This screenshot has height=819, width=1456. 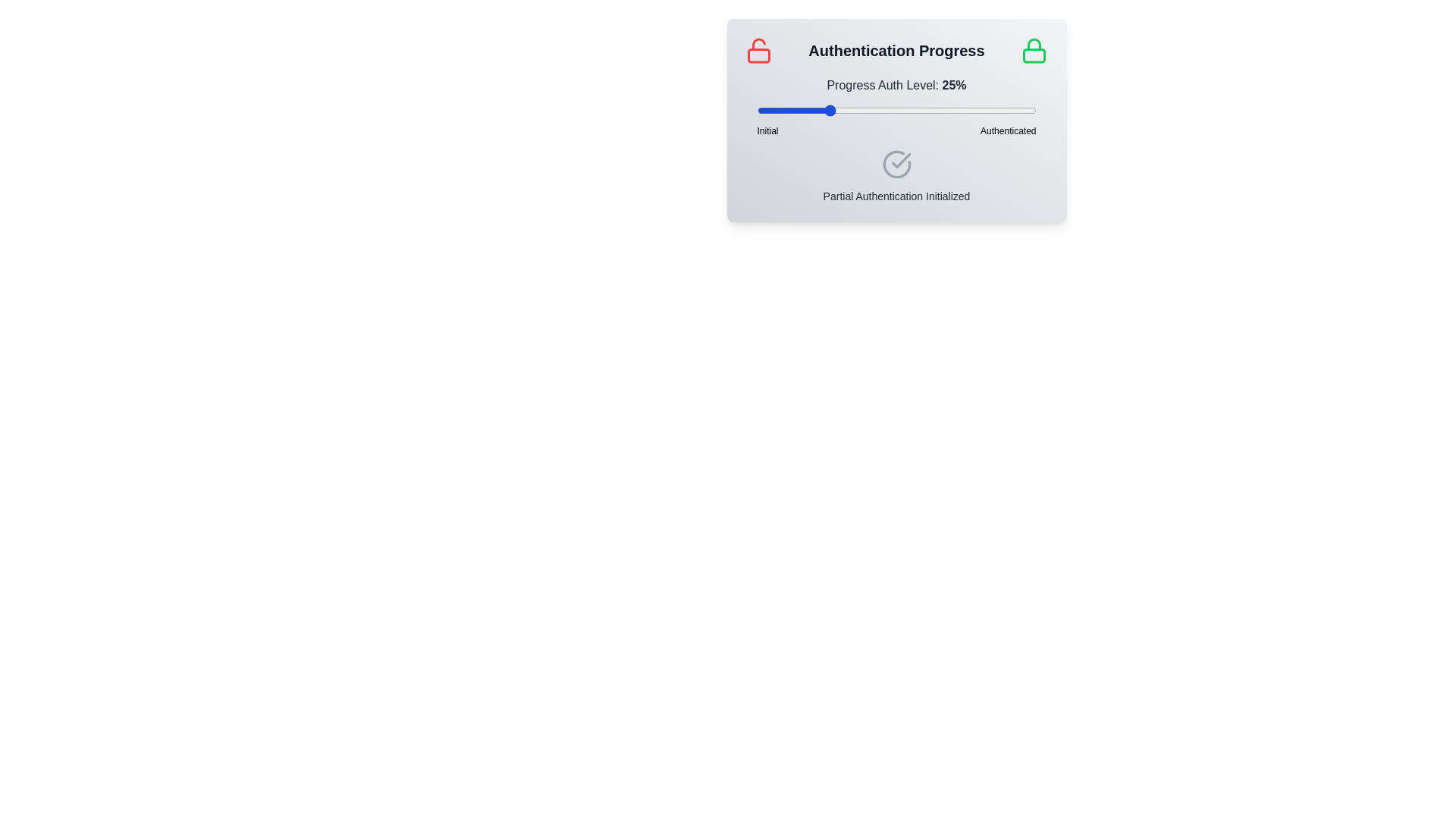 I want to click on the slider to set the authentication level to 9, so click(x=782, y=110).